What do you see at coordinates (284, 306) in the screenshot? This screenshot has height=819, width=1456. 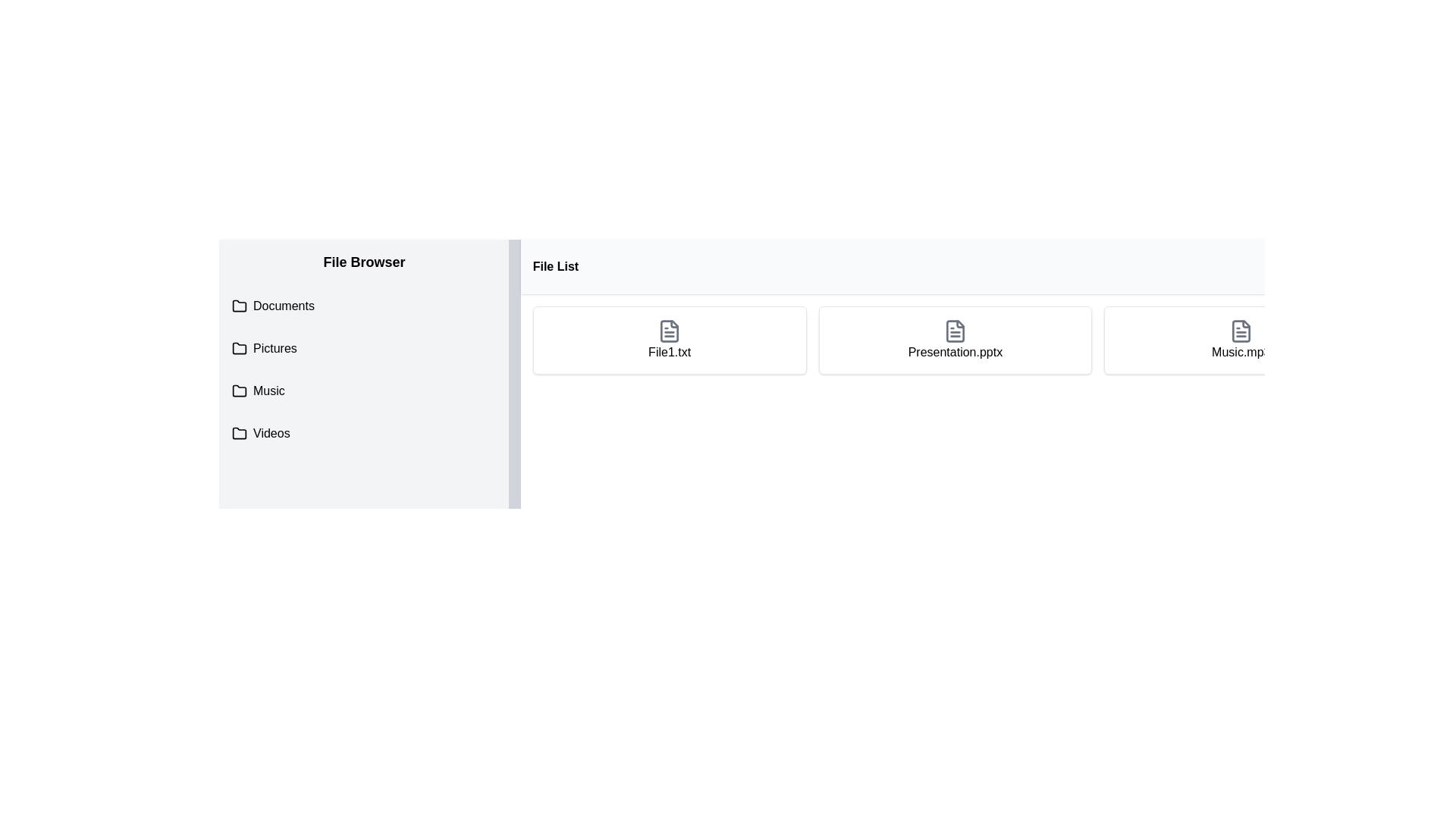 I see `the 'Documents' text label in the 'File Browser' panel, which is the second item in the list and represents the 'Documents' directory` at bounding box center [284, 306].